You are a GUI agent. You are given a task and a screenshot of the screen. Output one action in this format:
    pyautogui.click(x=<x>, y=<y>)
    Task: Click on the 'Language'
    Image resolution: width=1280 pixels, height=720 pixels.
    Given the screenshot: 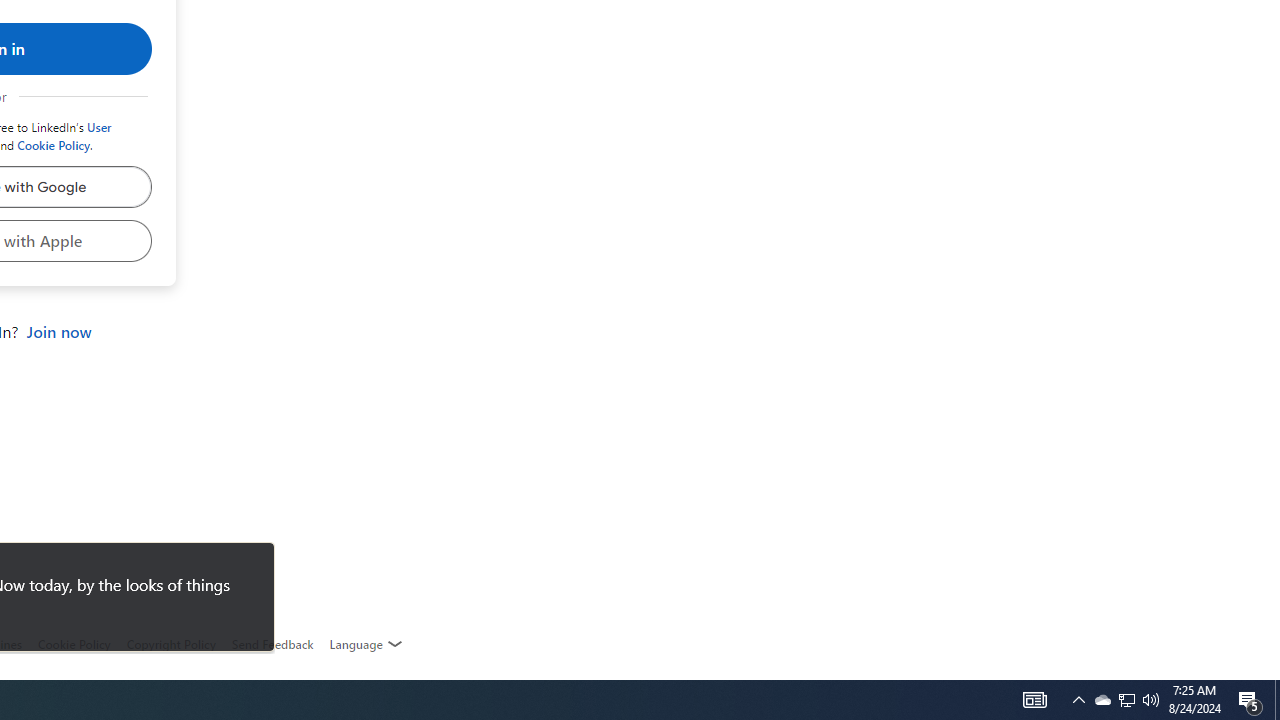 What is the action you would take?
    pyautogui.click(x=366, y=644)
    